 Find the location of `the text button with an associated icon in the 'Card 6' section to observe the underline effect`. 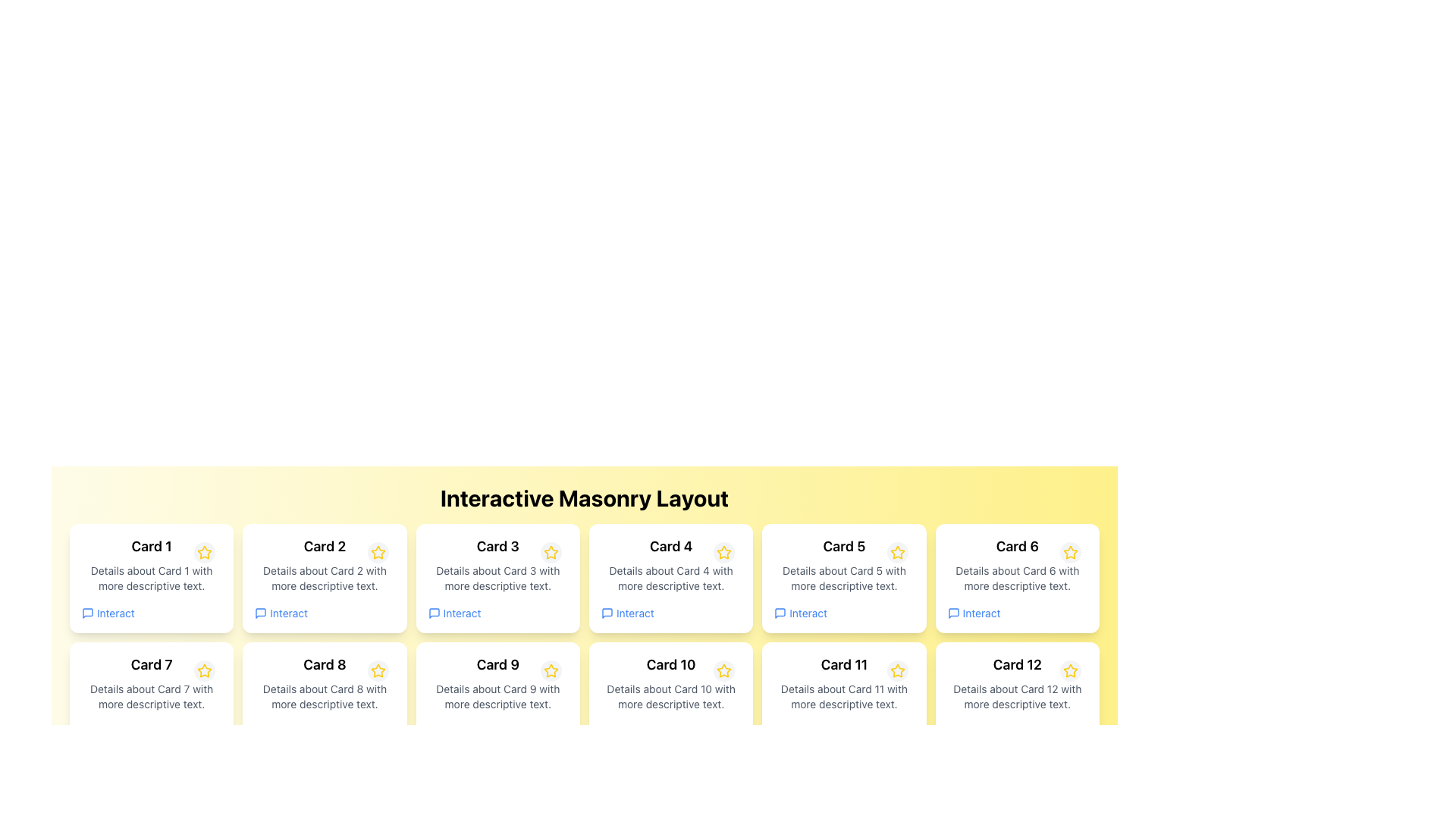

the text button with an associated icon in the 'Card 6' section to observe the underline effect is located at coordinates (974, 613).